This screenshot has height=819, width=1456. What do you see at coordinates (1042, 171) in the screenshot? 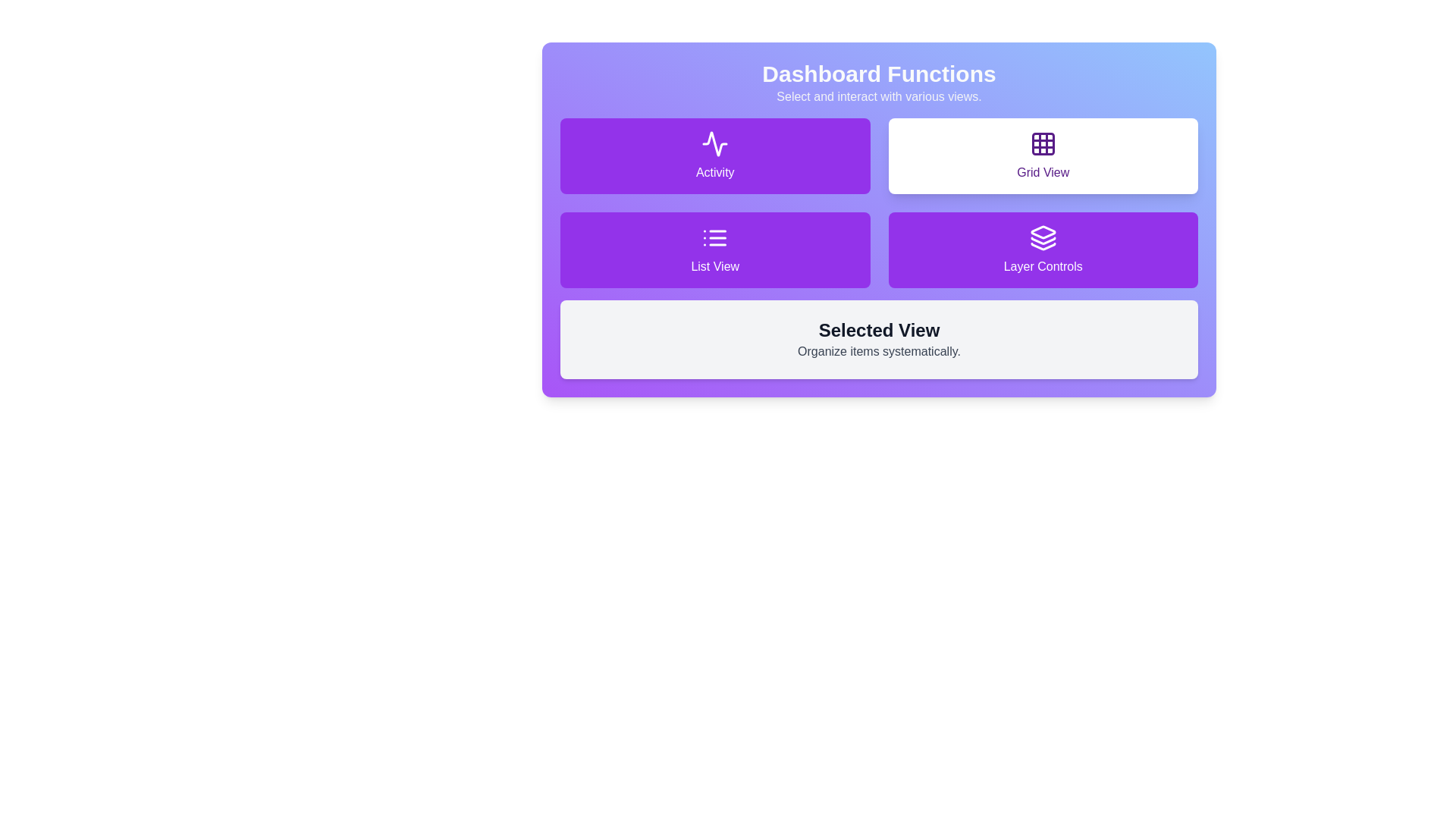
I see `the 'Grid View' text label that displays in bold purple font, located below the grid layout icon in the top-right corner of the main interface` at bounding box center [1042, 171].